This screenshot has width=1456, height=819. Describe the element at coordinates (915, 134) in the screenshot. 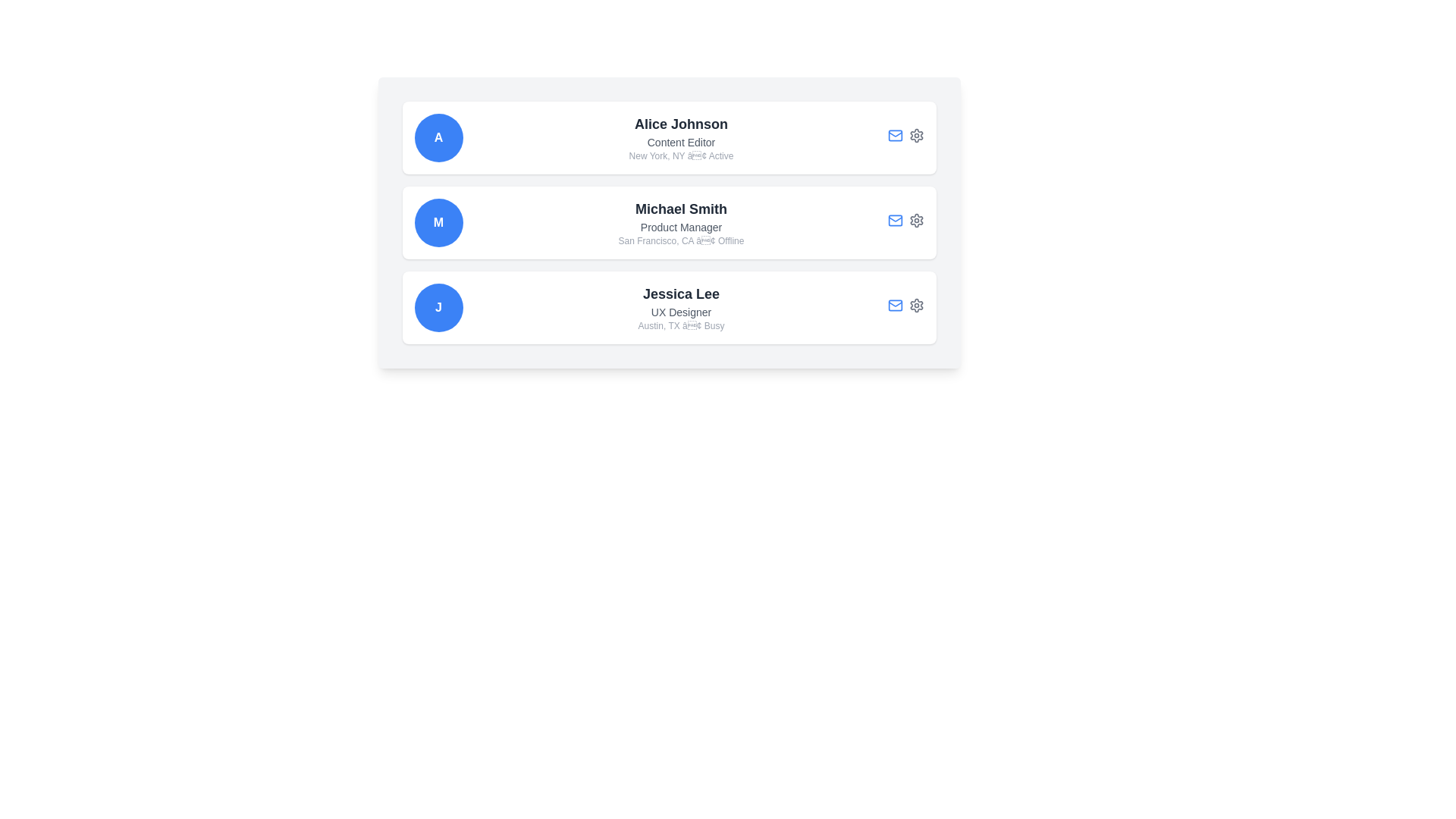

I see `the Icon Button located in the top-right corner of the section containing information about Alice Johnson` at that location.